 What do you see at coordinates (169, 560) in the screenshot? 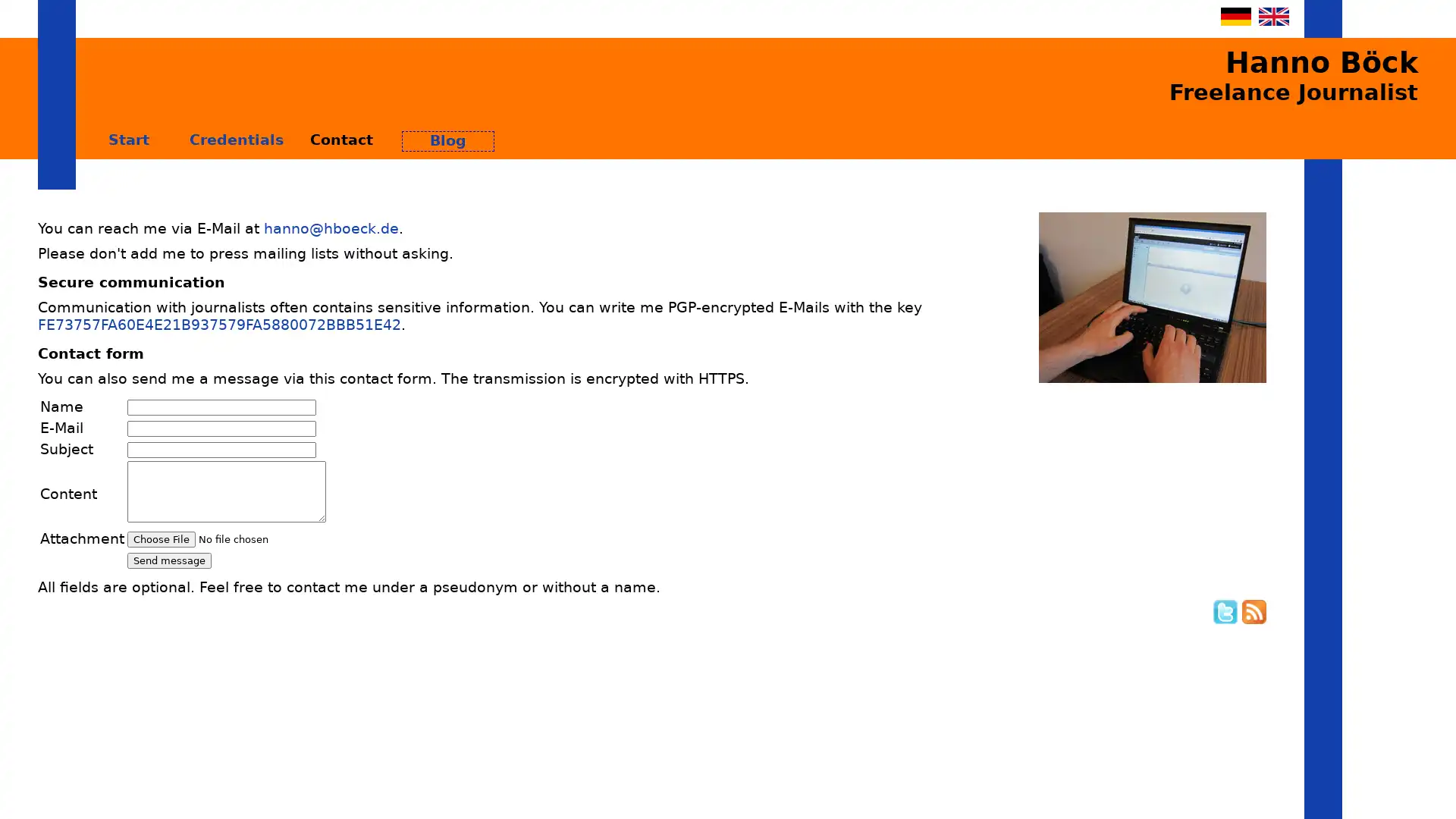
I see `Send message` at bounding box center [169, 560].